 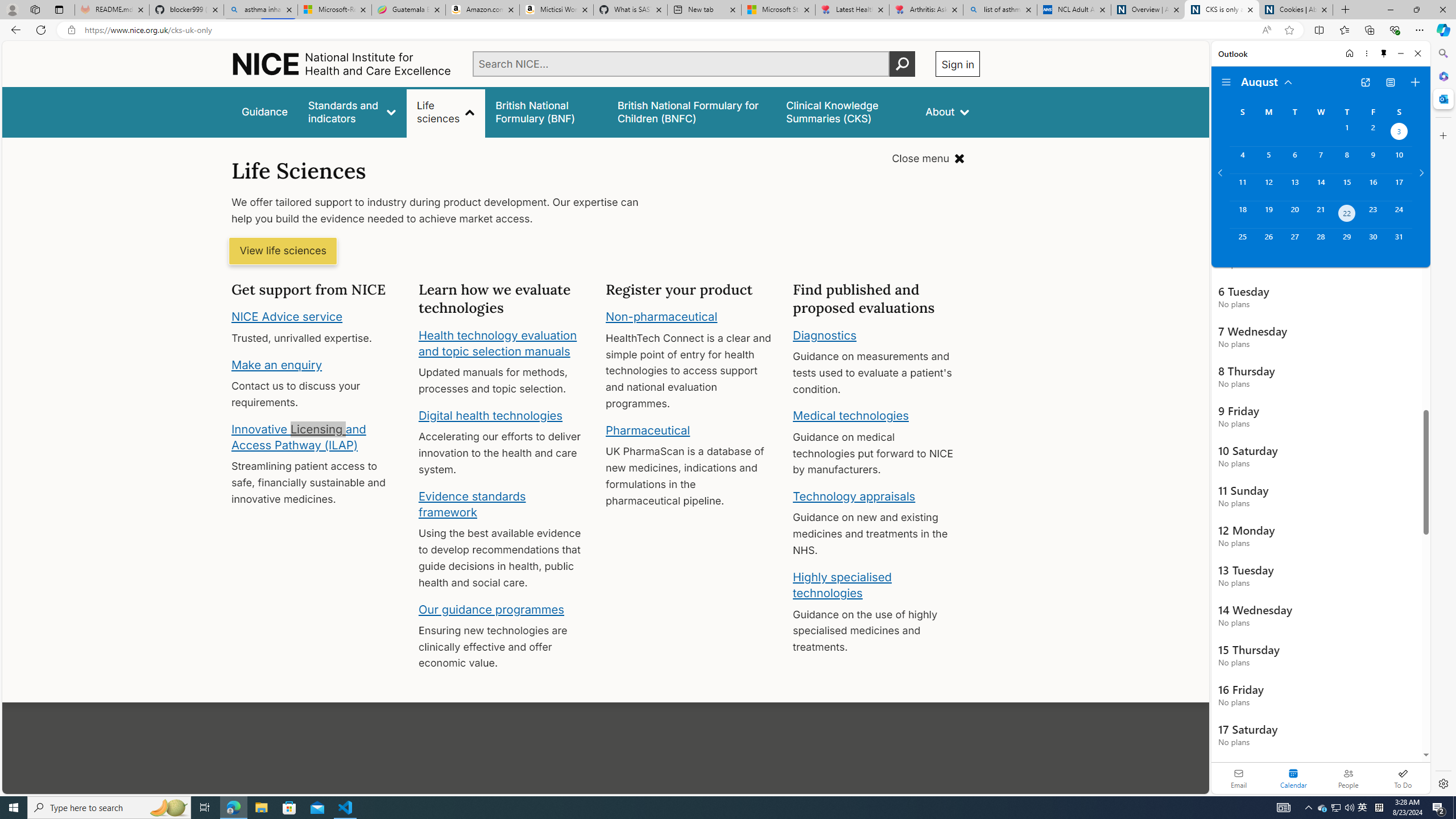 What do you see at coordinates (1242, 214) in the screenshot?
I see `'Sunday, August 18, 2024. '` at bounding box center [1242, 214].